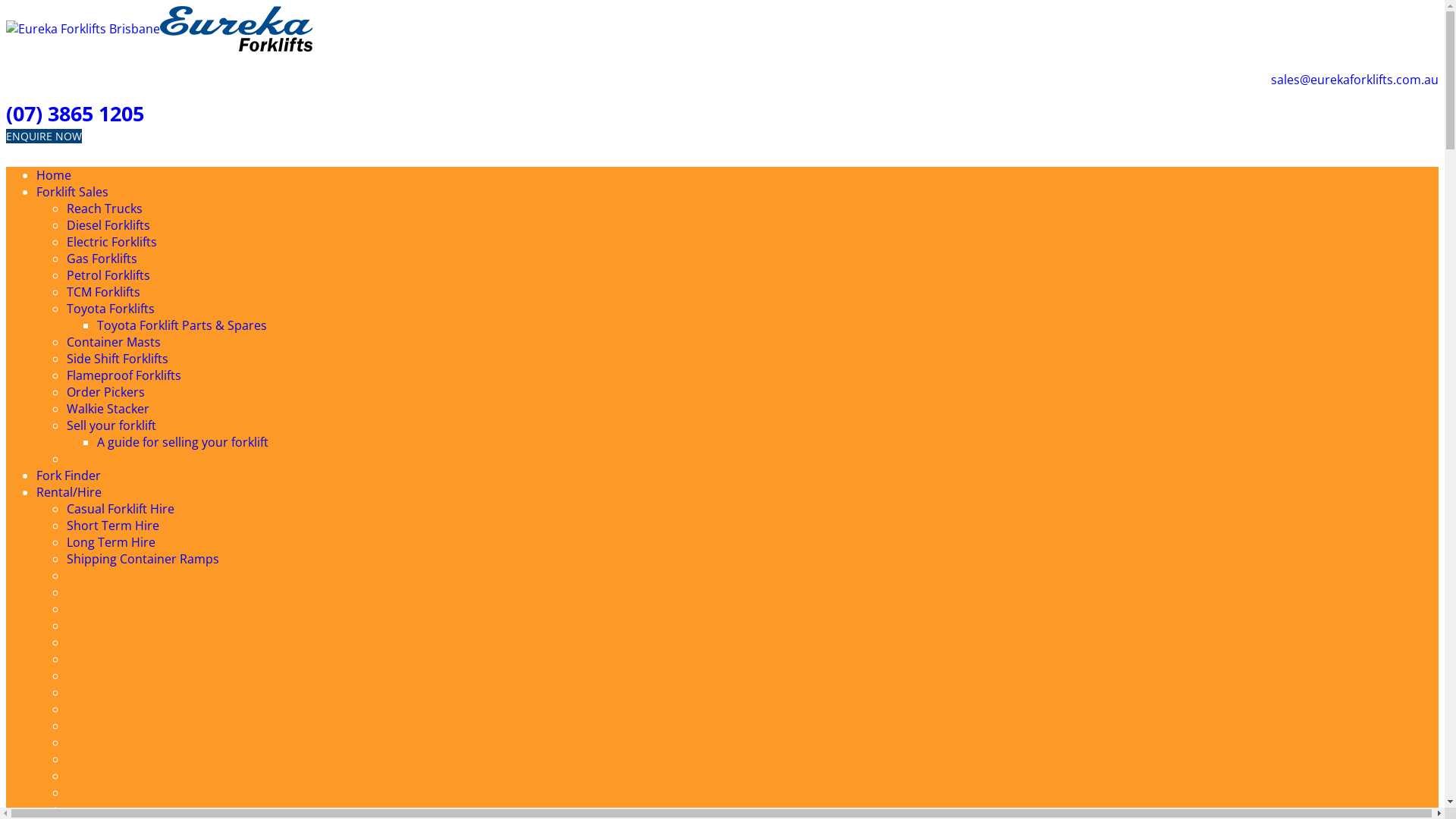 The width and height of the screenshot is (1456, 819). What do you see at coordinates (67, 475) in the screenshot?
I see `'Fork Finder'` at bounding box center [67, 475].